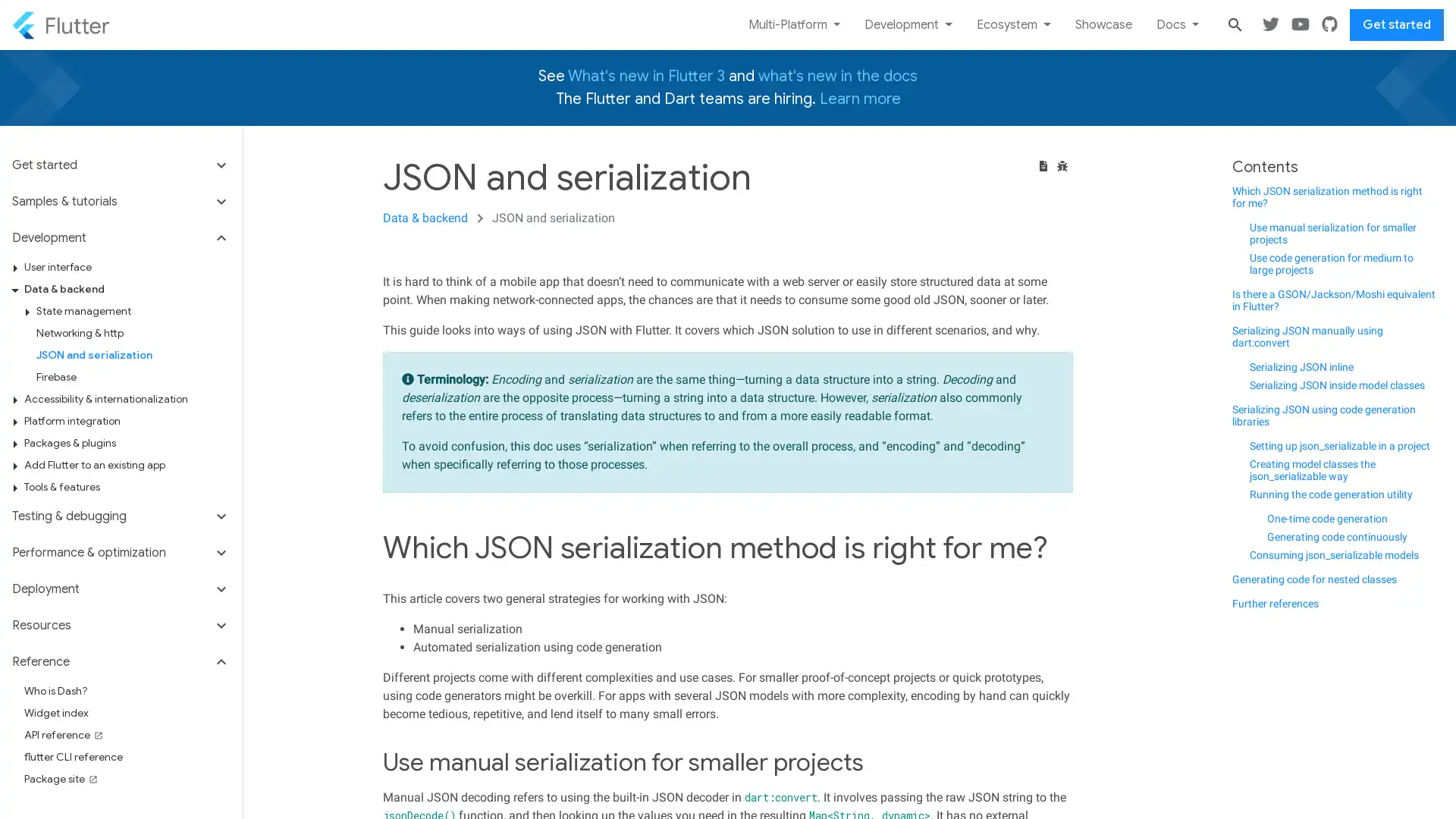 This screenshot has height=819, width=1456. I want to click on Testing & debugging keyboard_arrow_down, so click(120, 516).